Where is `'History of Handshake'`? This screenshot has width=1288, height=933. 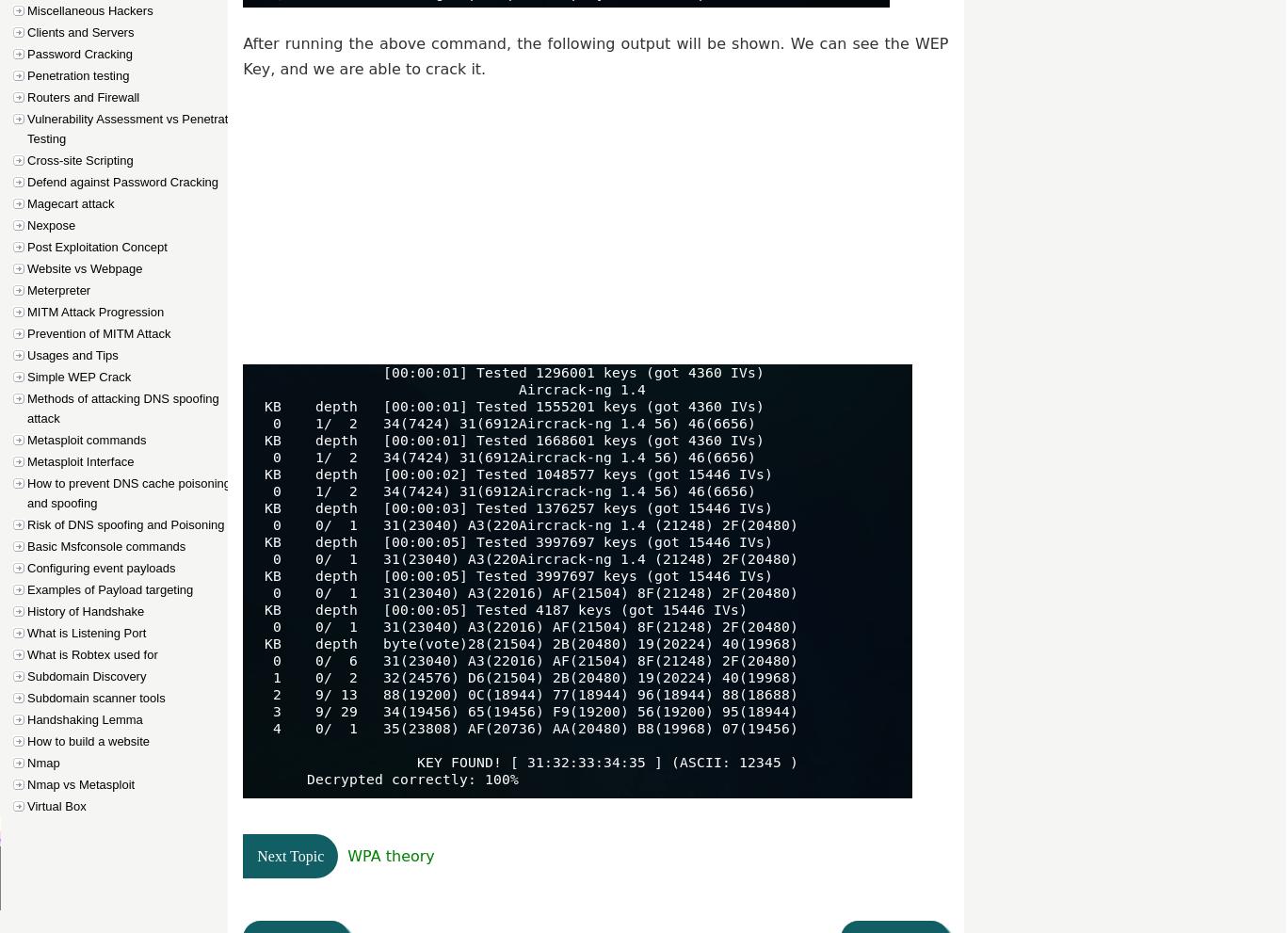 'History of Handshake' is located at coordinates (85, 610).